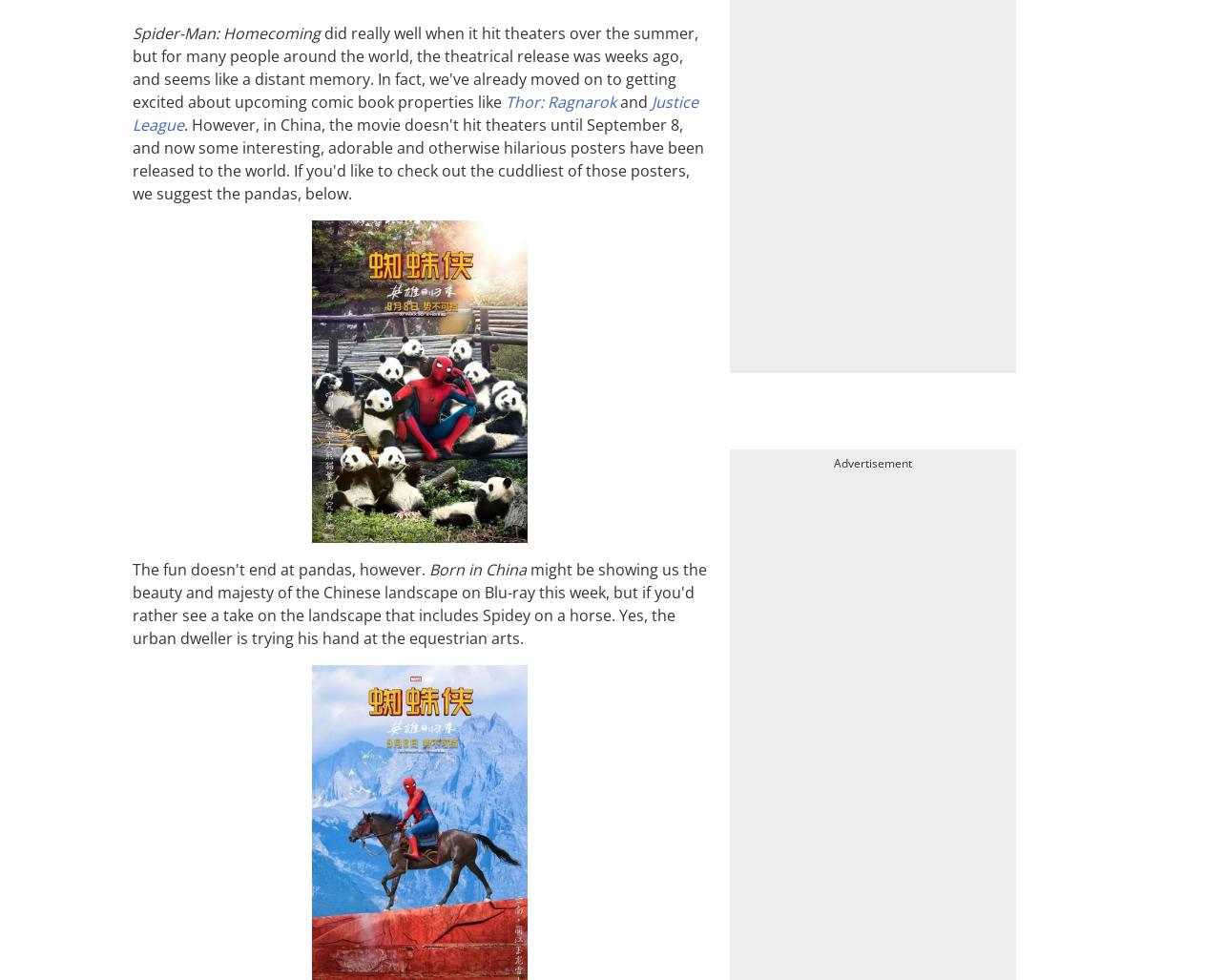 Image resolution: width=1226 pixels, height=980 pixels. Describe the element at coordinates (280, 569) in the screenshot. I see `'The fun doesn't end at pandas, however.'` at that location.